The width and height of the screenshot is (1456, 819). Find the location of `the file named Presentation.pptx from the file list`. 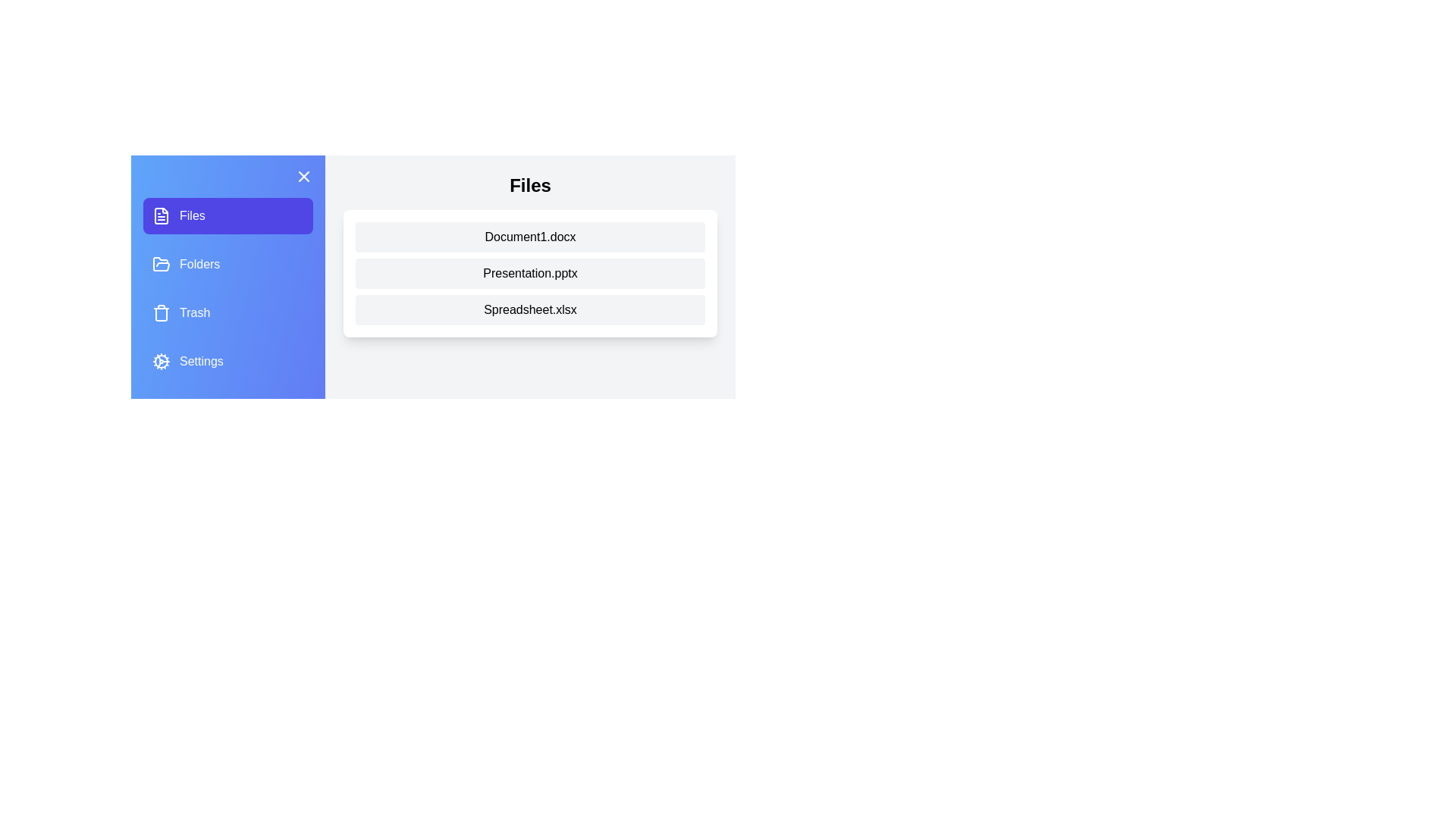

the file named Presentation.pptx from the file list is located at coordinates (530, 274).